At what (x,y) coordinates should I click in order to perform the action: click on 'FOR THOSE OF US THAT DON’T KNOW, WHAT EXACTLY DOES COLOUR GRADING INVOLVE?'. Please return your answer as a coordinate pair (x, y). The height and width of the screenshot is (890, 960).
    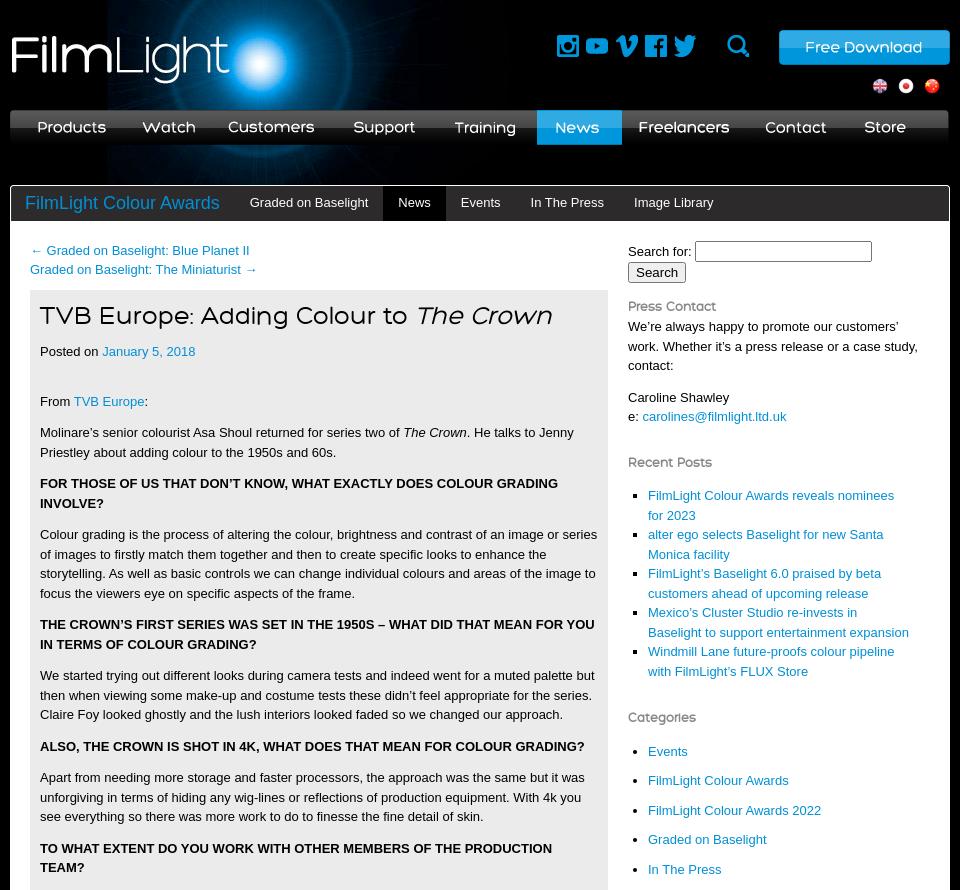
    Looking at the image, I should click on (39, 492).